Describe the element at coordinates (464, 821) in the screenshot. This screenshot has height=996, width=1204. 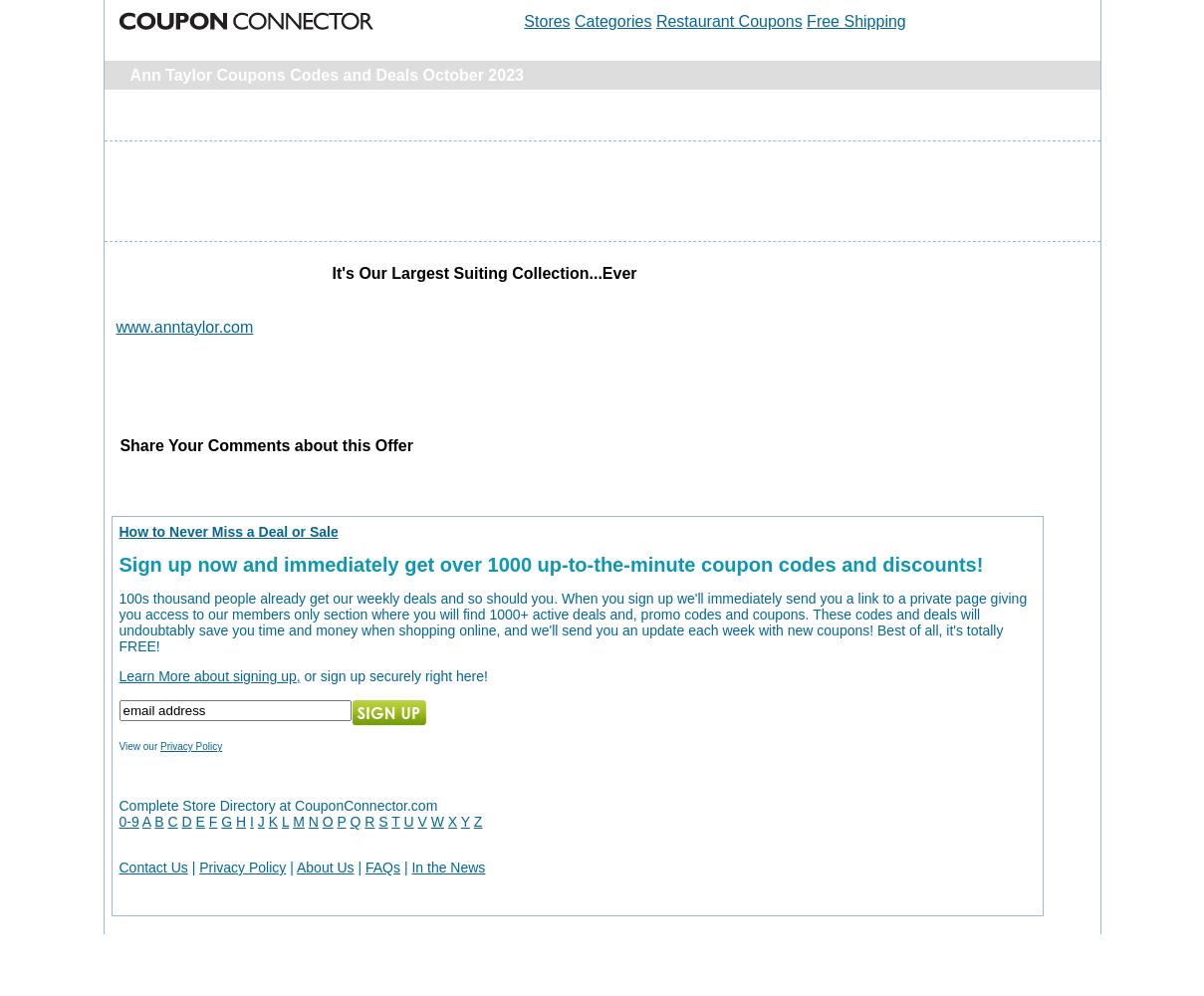
I see `'Y'` at that location.